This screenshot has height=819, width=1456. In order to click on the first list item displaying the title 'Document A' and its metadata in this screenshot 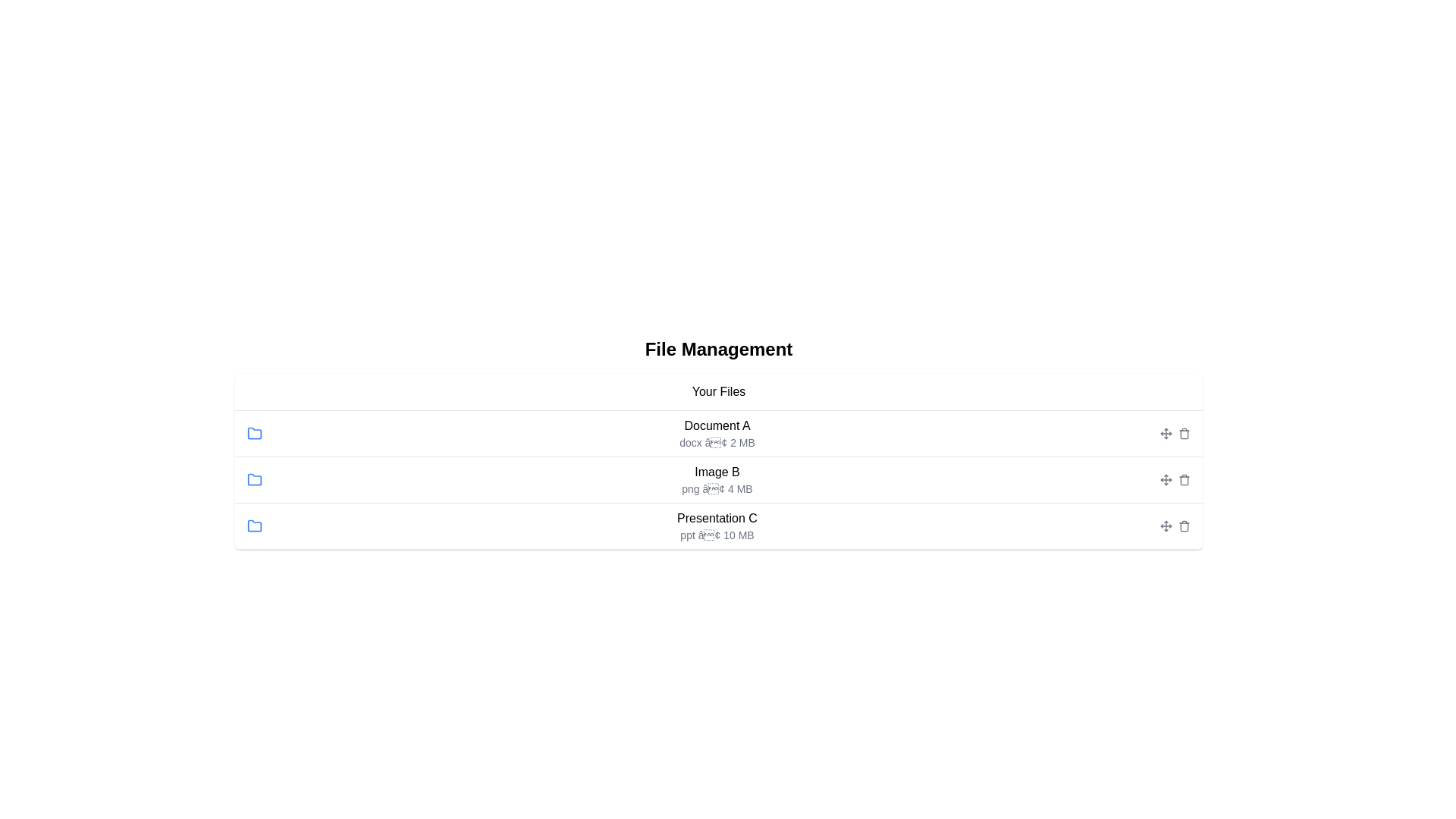, I will do `click(716, 433)`.